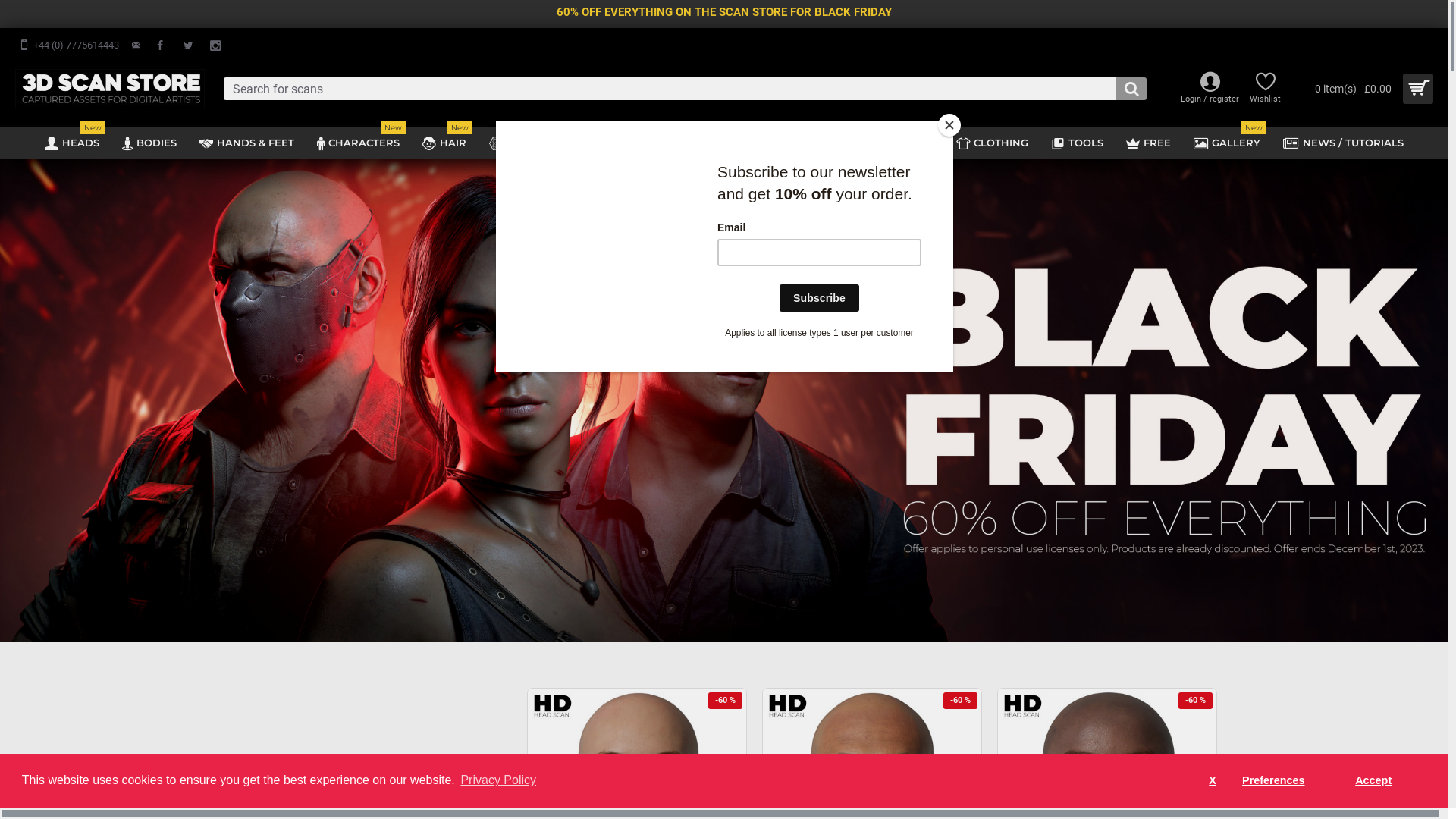 This screenshot has height=819, width=1456. What do you see at coordinates (1245, 89) in the screenshot?
I see `'Wishlist'` at bounding box center [1245, 89].